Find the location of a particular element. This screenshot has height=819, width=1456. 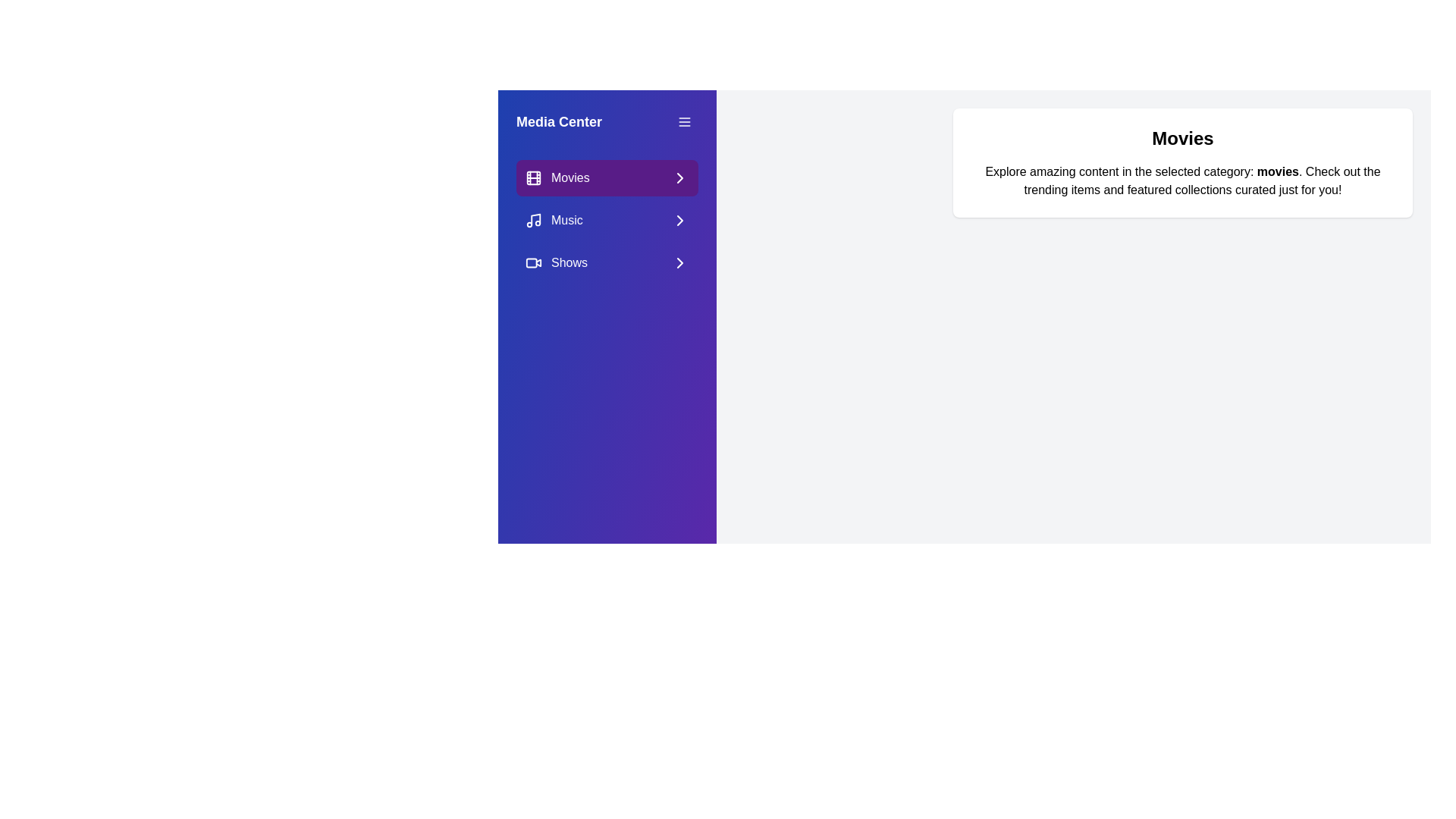

the chevron arrow icon located on the rightmost side of the 'Music' item in the vertical menu of the left sidebar is located at coordinates (679, 220).